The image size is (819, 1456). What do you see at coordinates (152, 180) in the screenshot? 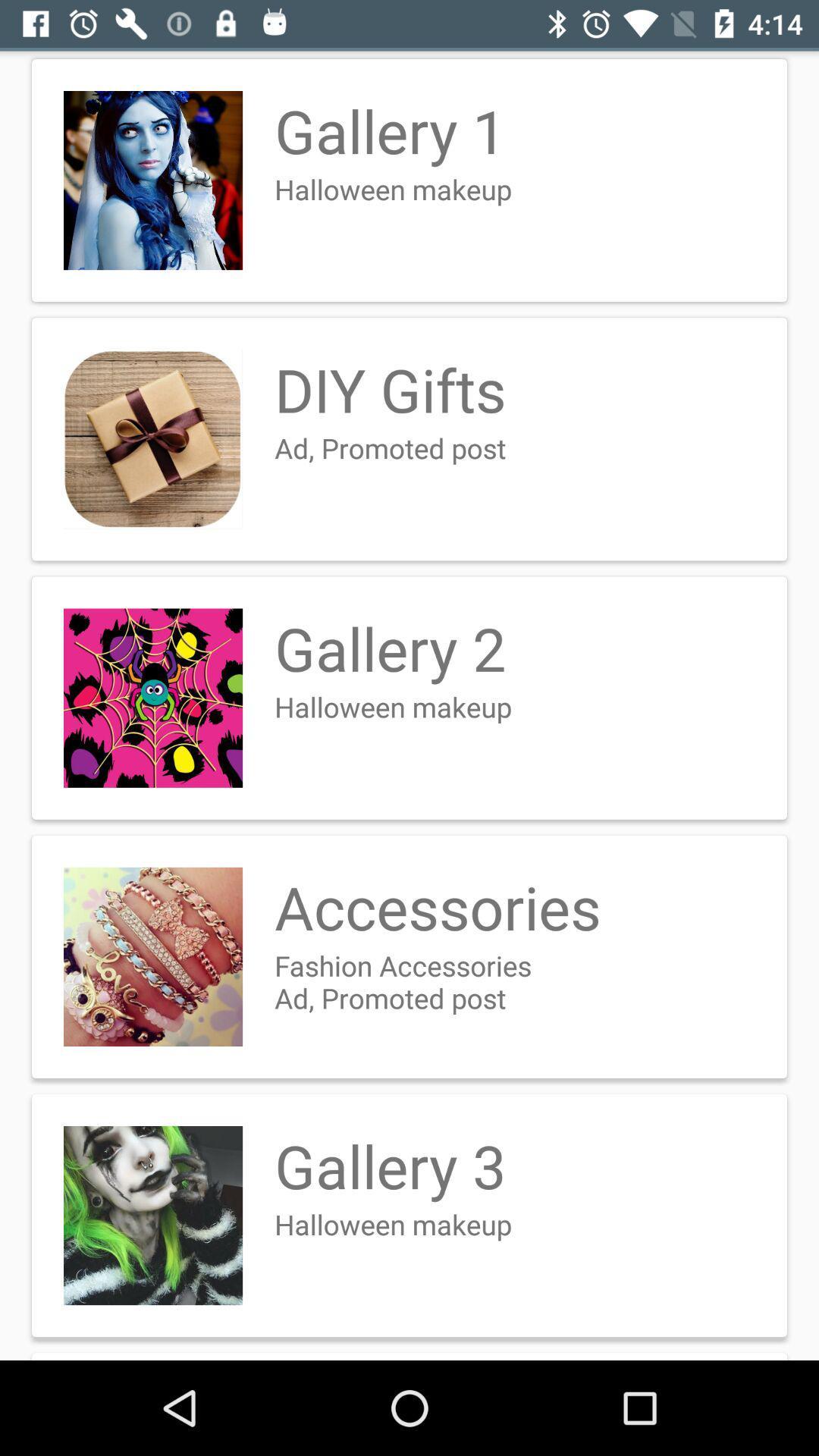
I see `the first image` at bounding box center [152, 180].